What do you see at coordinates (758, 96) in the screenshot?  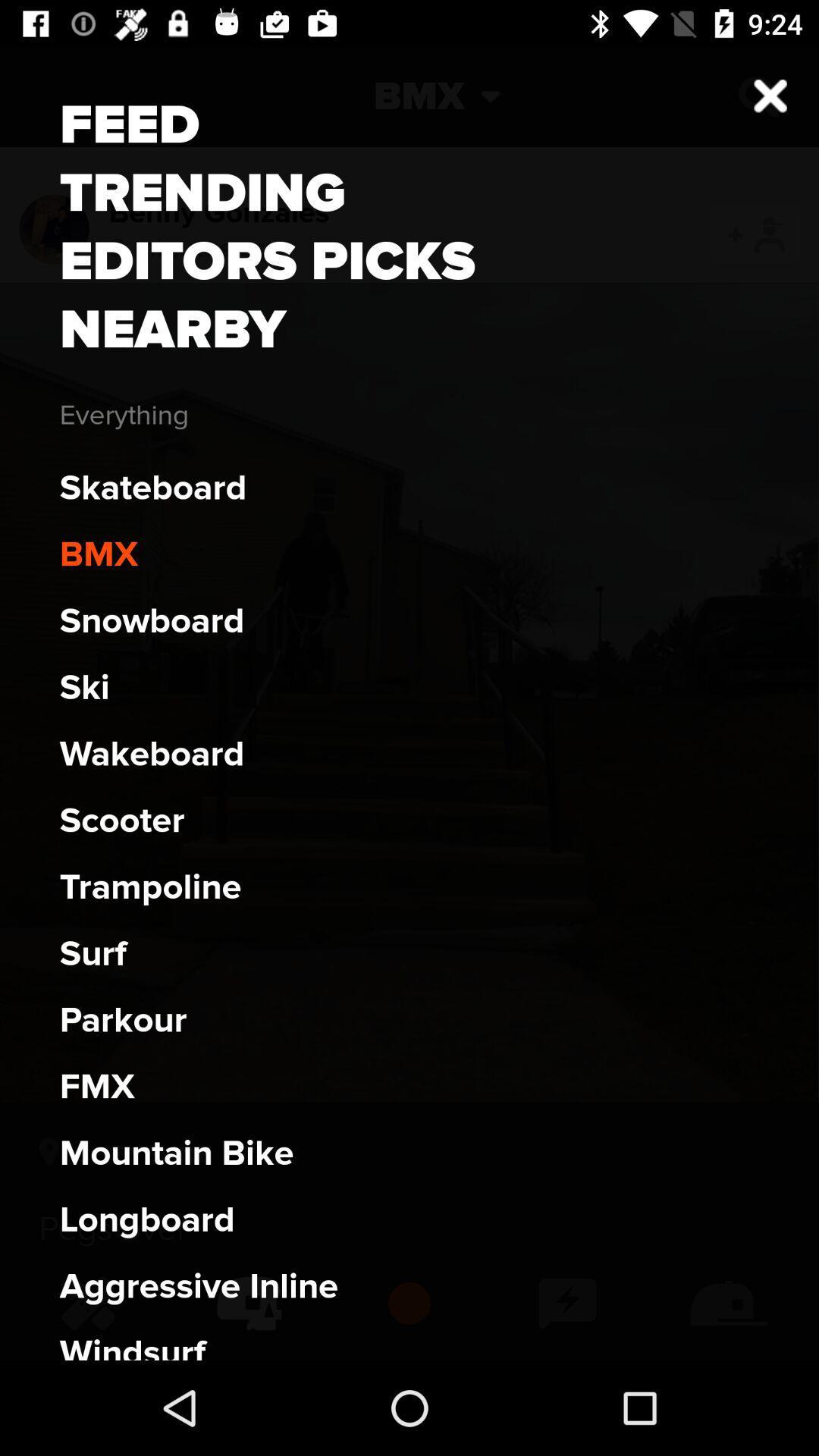 I see `the close icon` at bounding box center [758, 96].